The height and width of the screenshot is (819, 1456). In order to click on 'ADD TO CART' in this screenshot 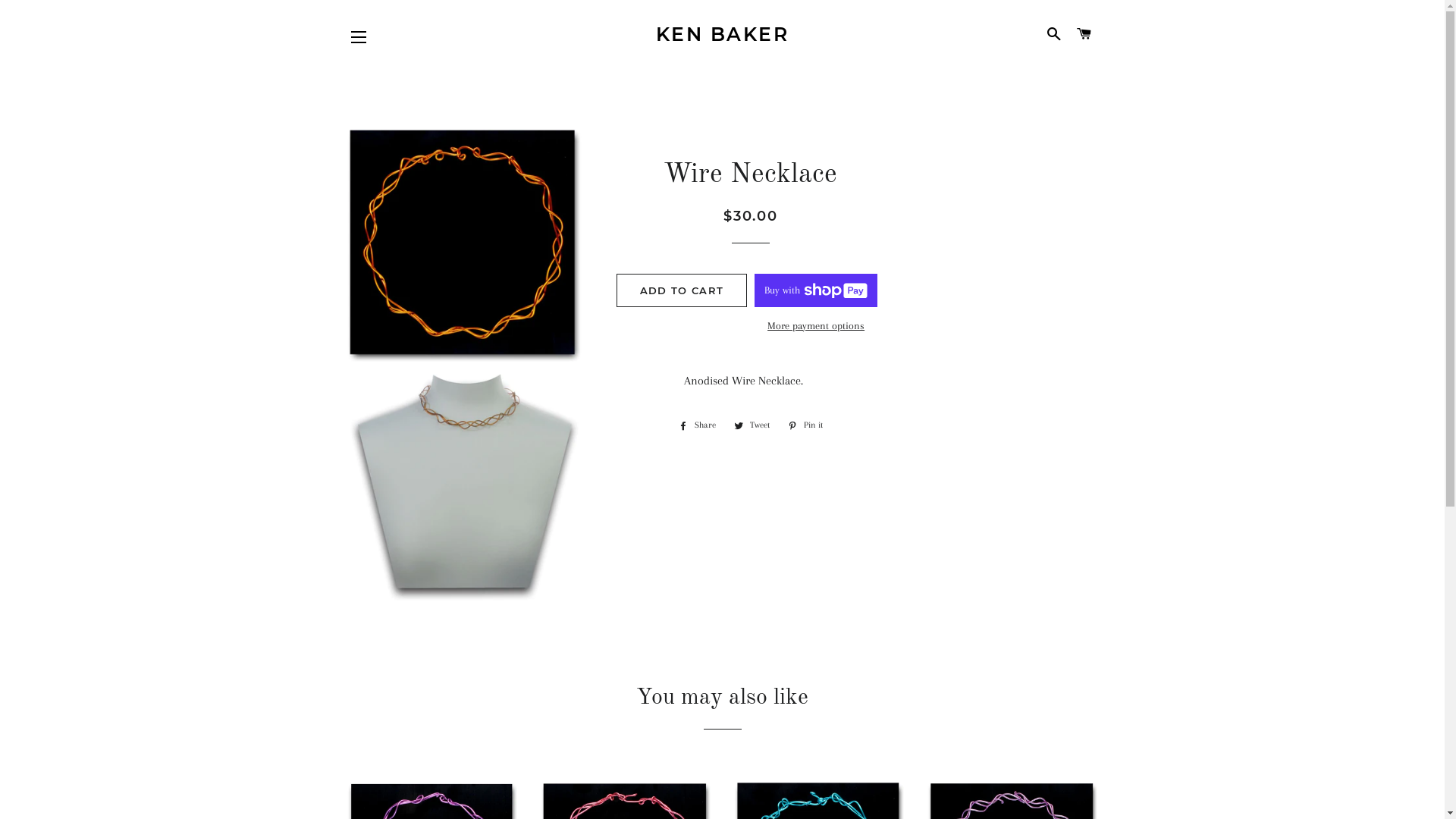, I will do `click(680, 290)`.